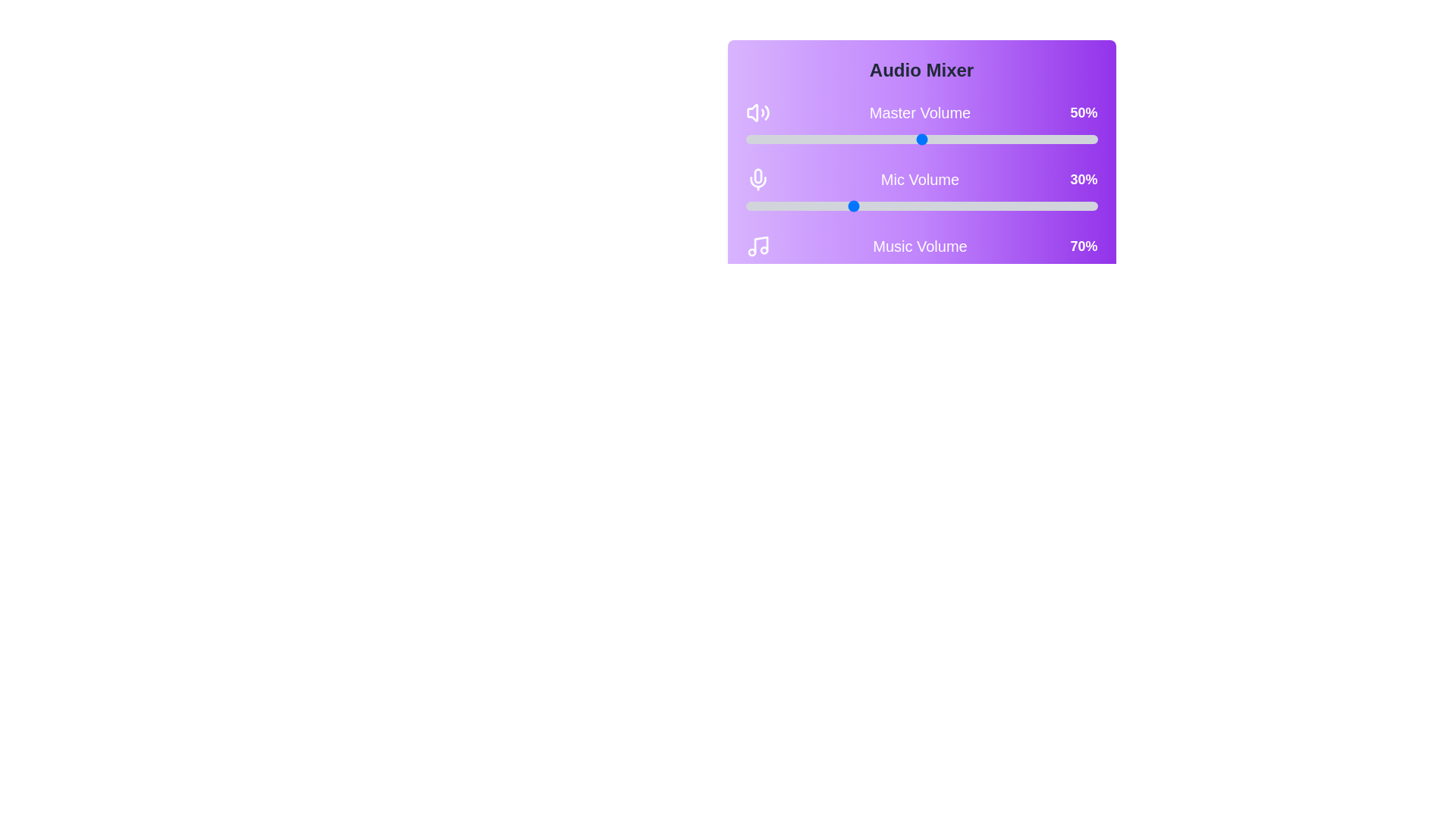 The height and width of the screenshot is (819, 1456). Describe the element at coordinates (927, 206) in the screenshot. I see `the microphone volume` at that location.